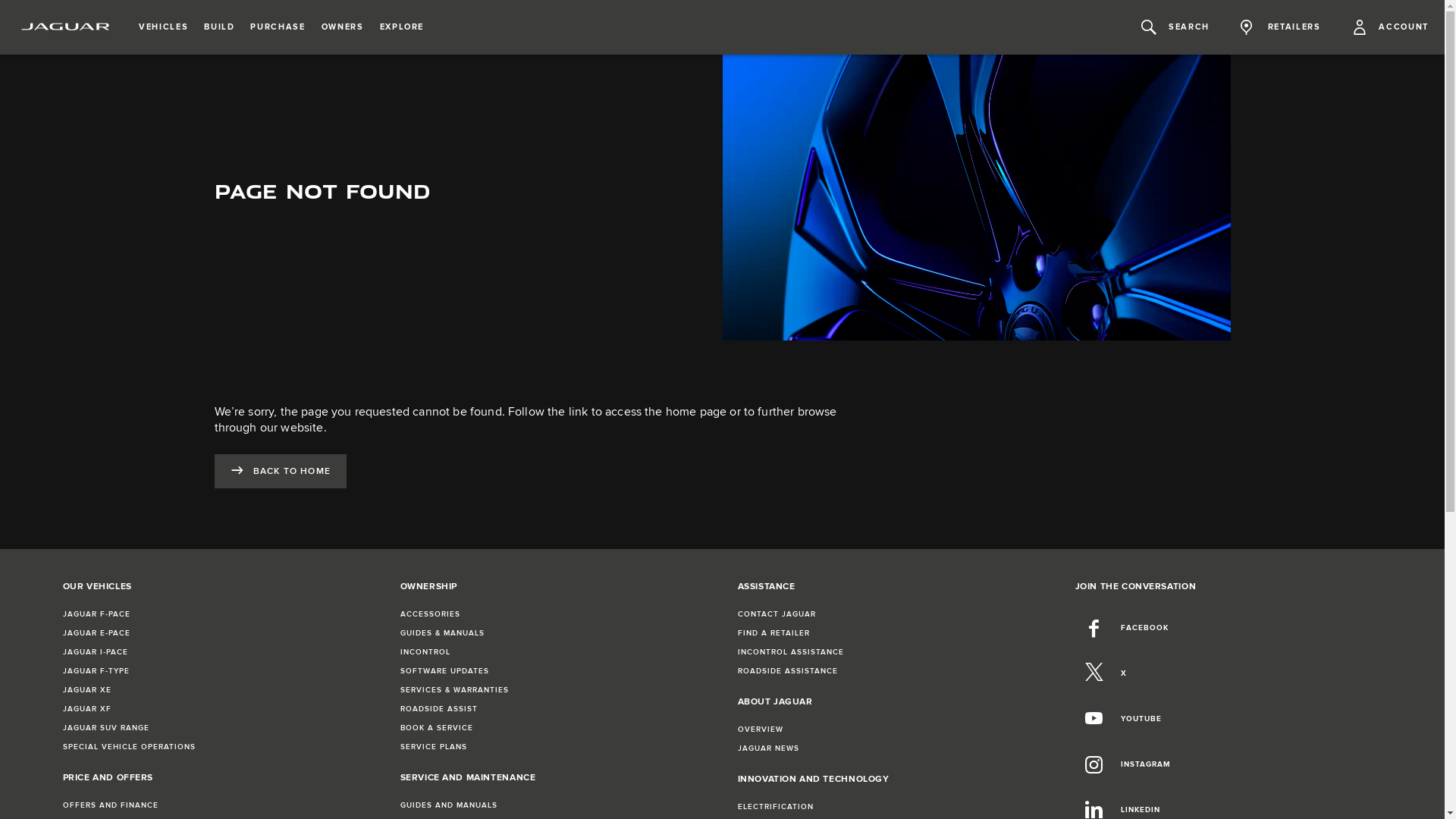  What do you see at coordinates (400, 745) in the screenshot?
I see `'SERVICE PLANS'` at bounding box center [400, 745].